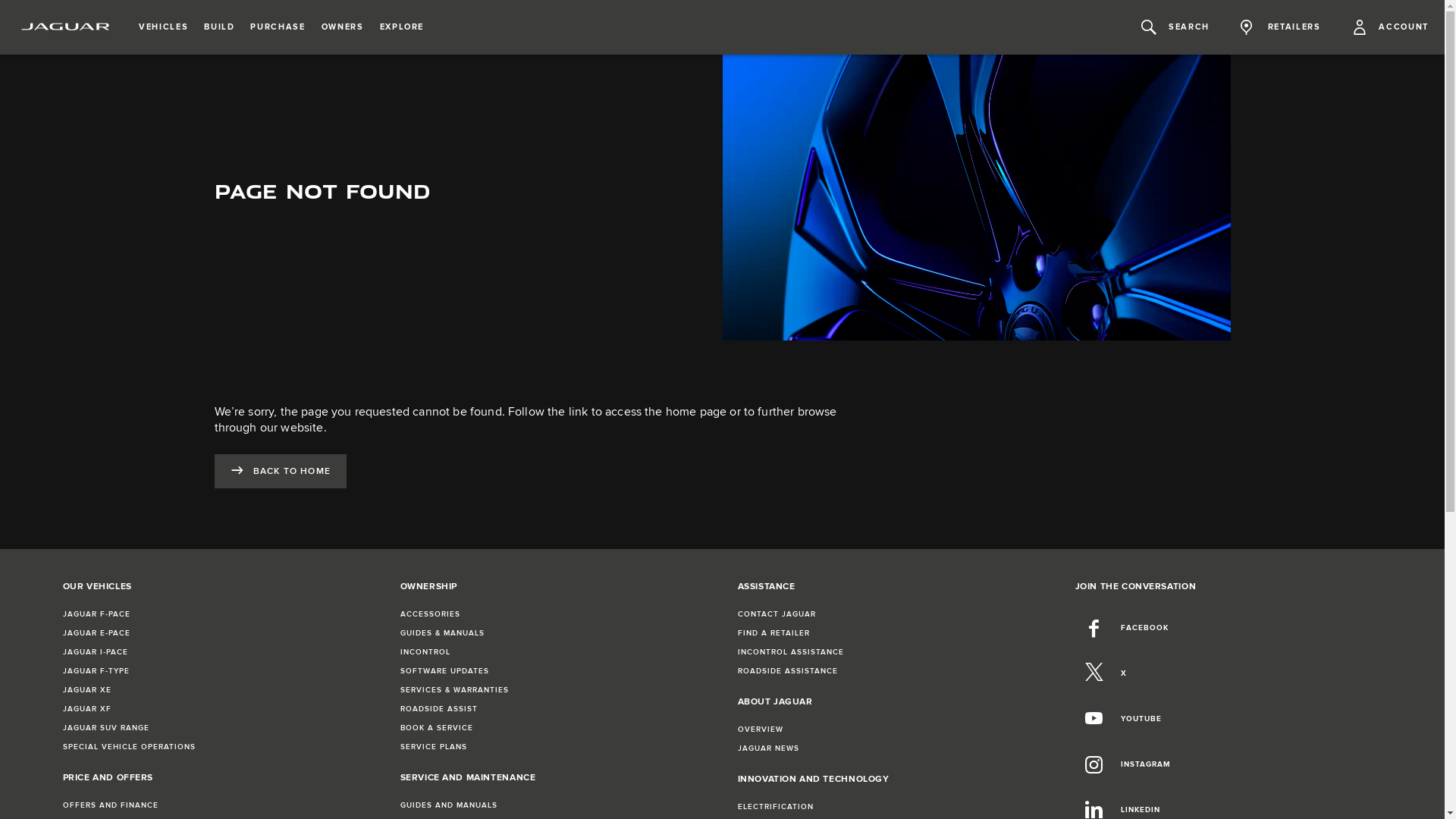  What do you see at coordinates (400, 745) in the screenshot?
I see `'SERVICE PLANS'` at bounding box center [400, 745].